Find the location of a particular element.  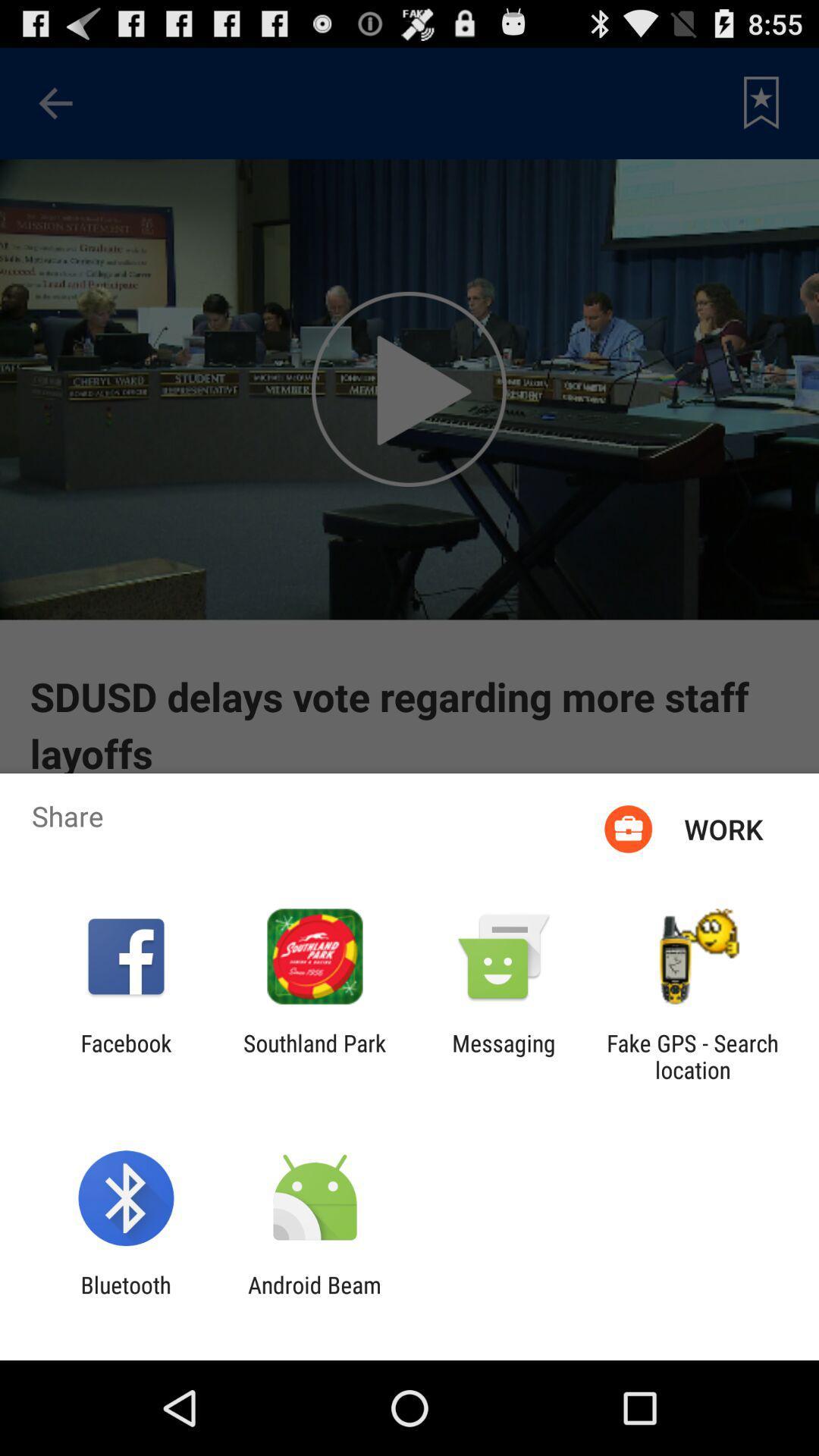

the app to the left of the southland park is located at coordinates (125, 1056).